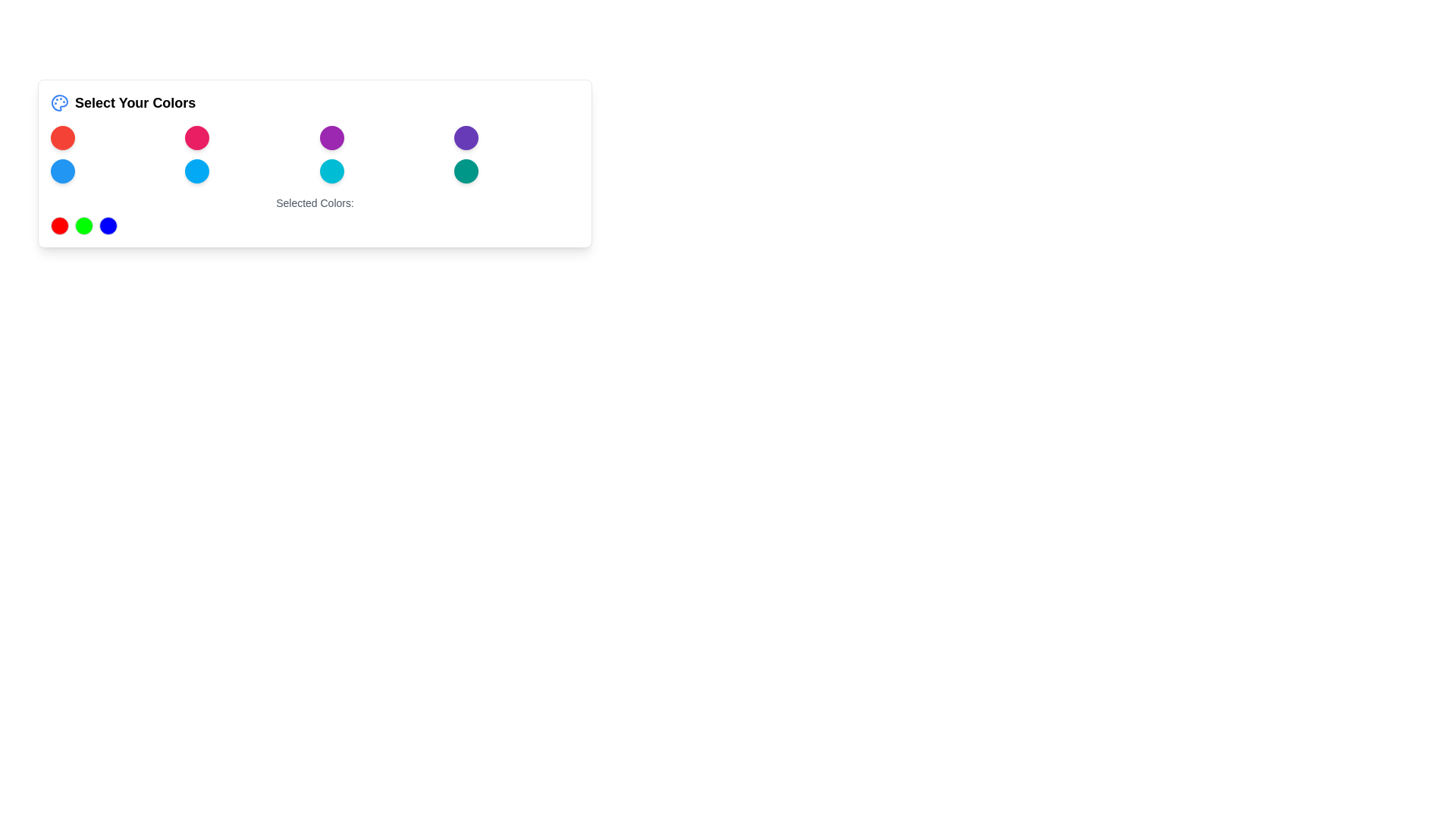  I want to click on the color selection button located in the second row and third column of the grid, so click(331, 171).